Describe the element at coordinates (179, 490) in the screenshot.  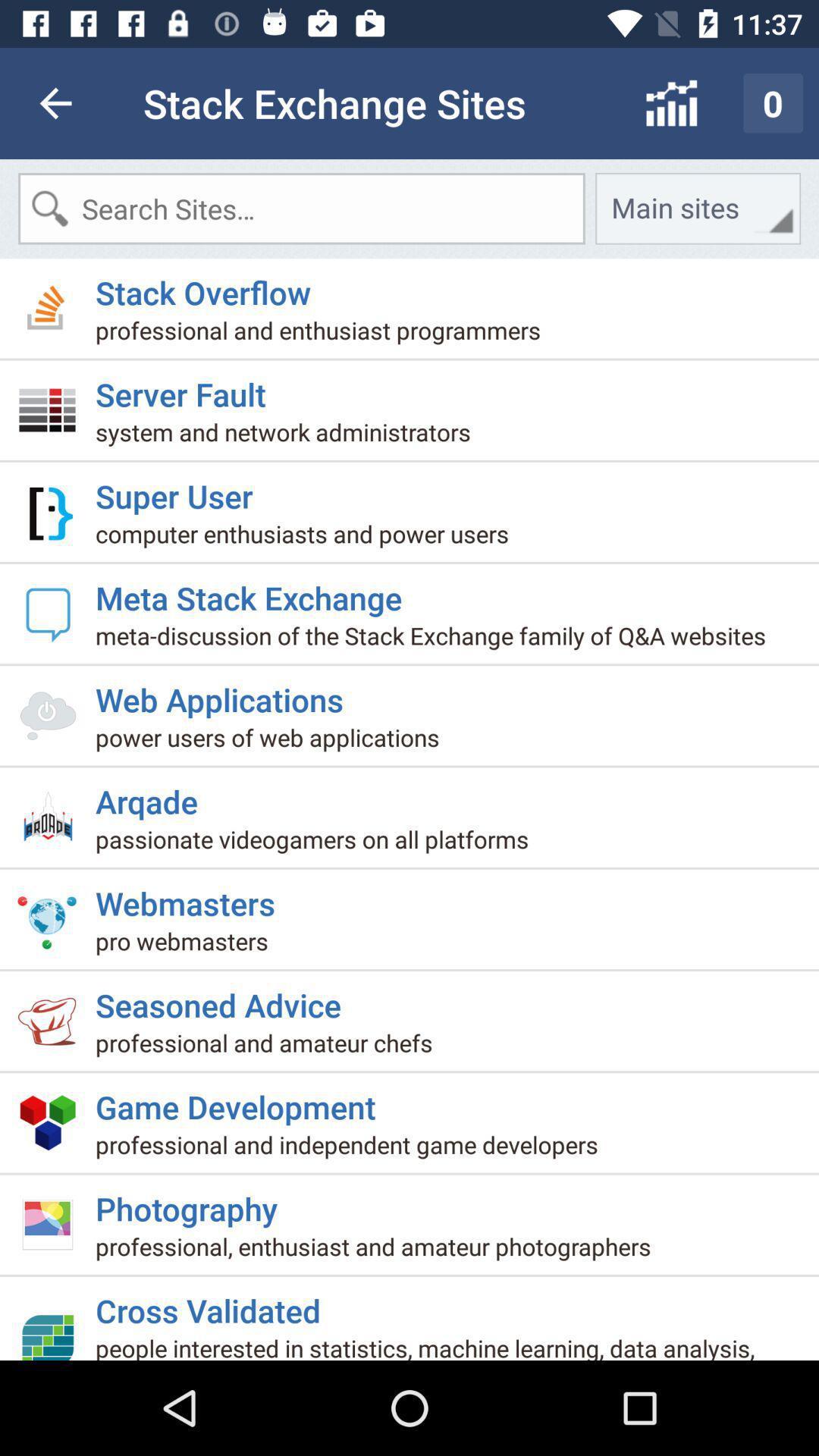
I see `the icon above computer enthusiasts and item` at that location.